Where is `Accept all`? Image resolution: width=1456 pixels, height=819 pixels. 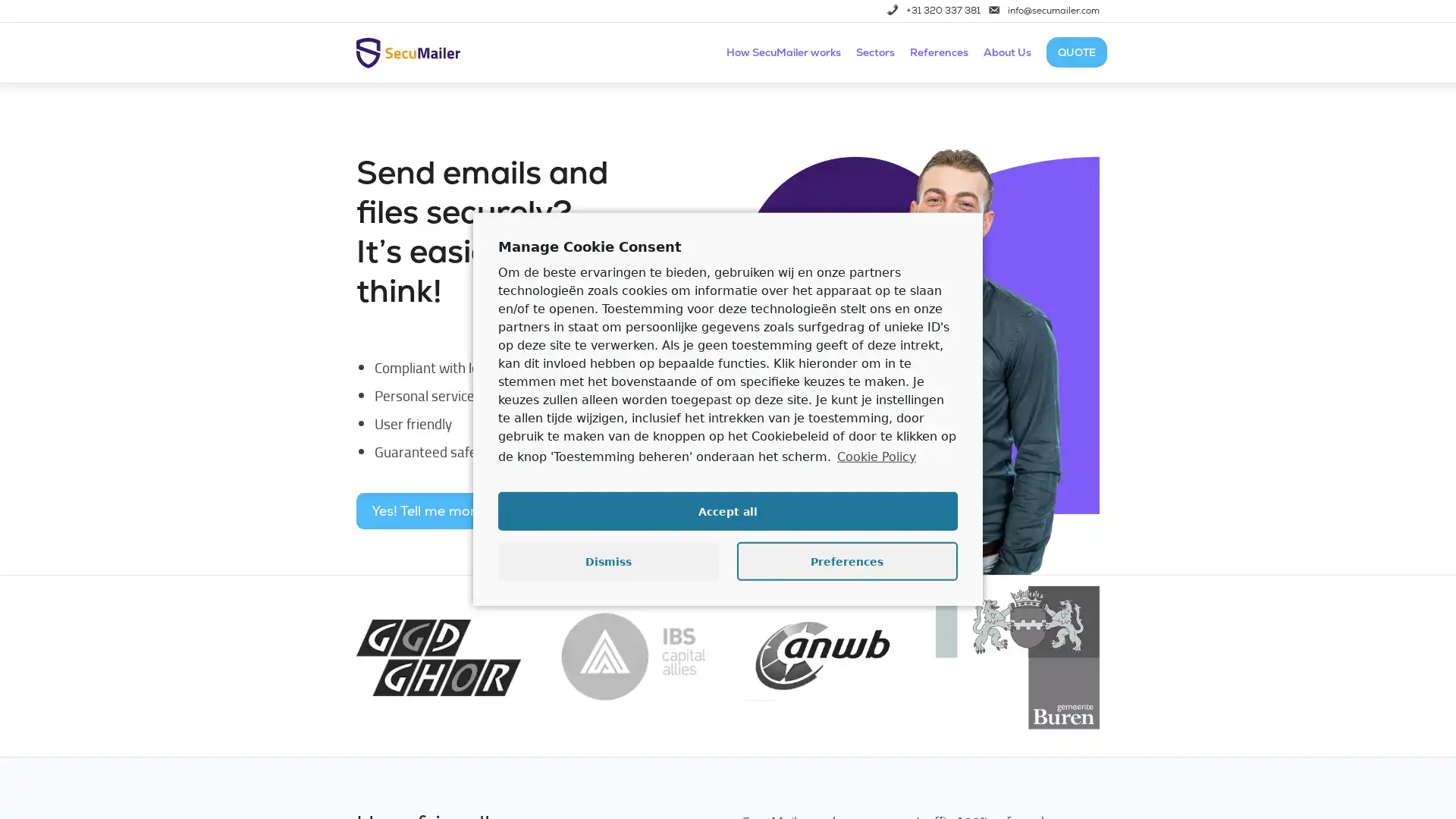 Accept all is located at coordinates (728, 511).